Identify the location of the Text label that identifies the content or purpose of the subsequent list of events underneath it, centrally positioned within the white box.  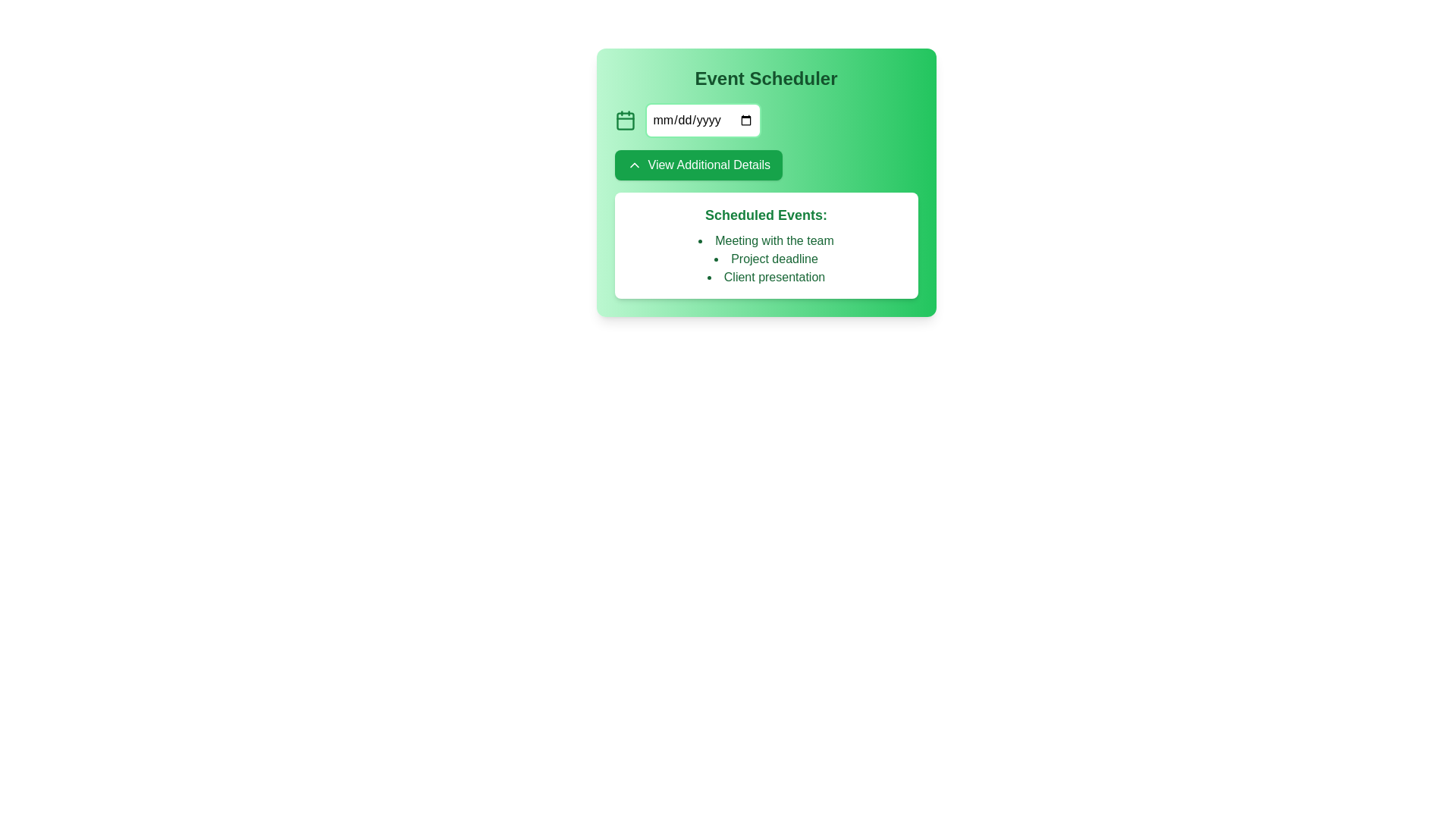
(766, 215).